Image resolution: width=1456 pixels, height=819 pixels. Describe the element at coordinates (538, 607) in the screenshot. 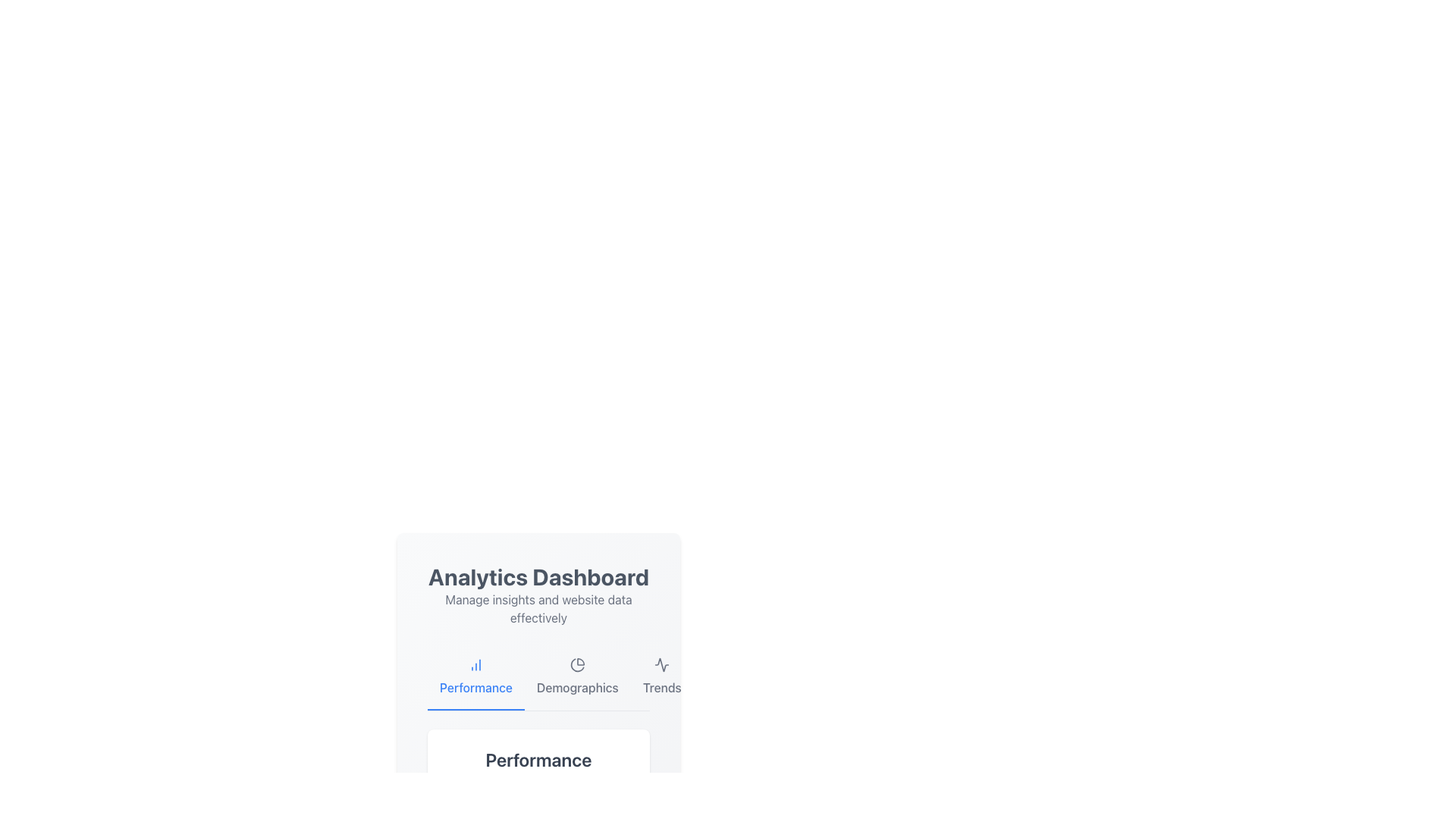

I see `muted gray text block that conveys the message 'Manage insights and website data effectively,' located beneath the 'Analytics Dashboard' header` at that location.